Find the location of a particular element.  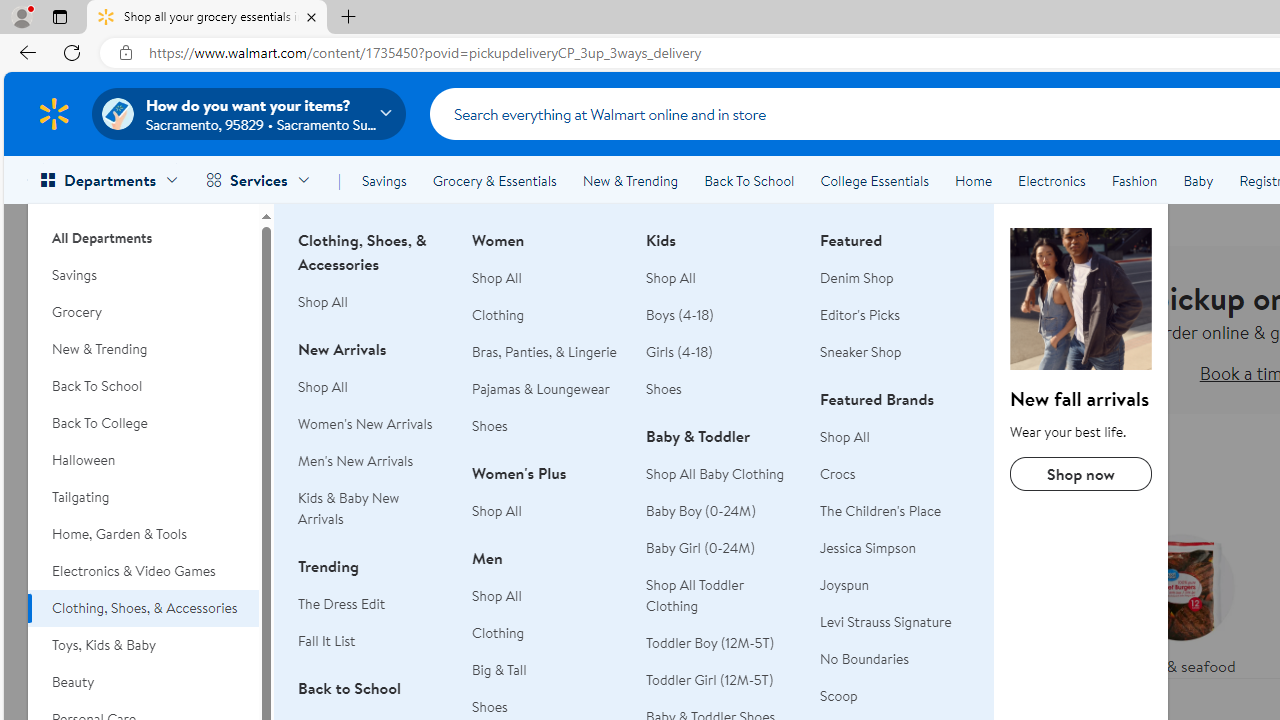

'Women' is located at coordinates (547, 502).